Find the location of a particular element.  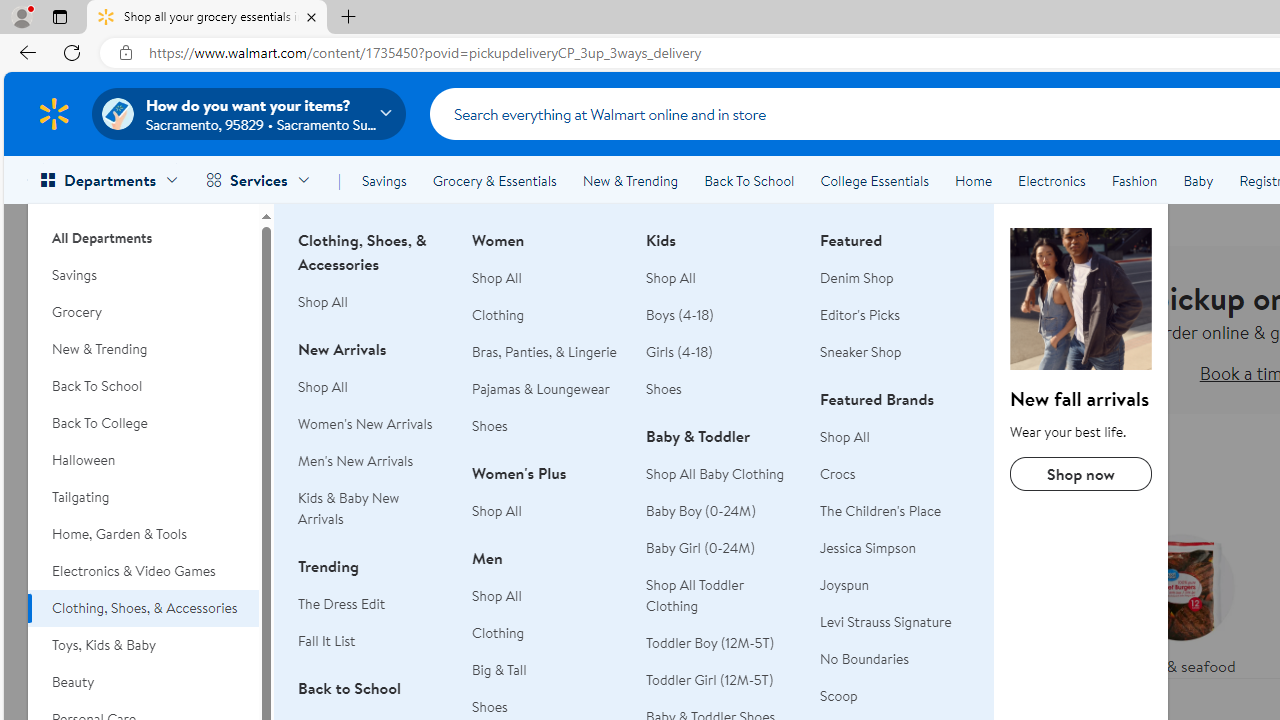

'Women' is located at coordinates (547, 502).